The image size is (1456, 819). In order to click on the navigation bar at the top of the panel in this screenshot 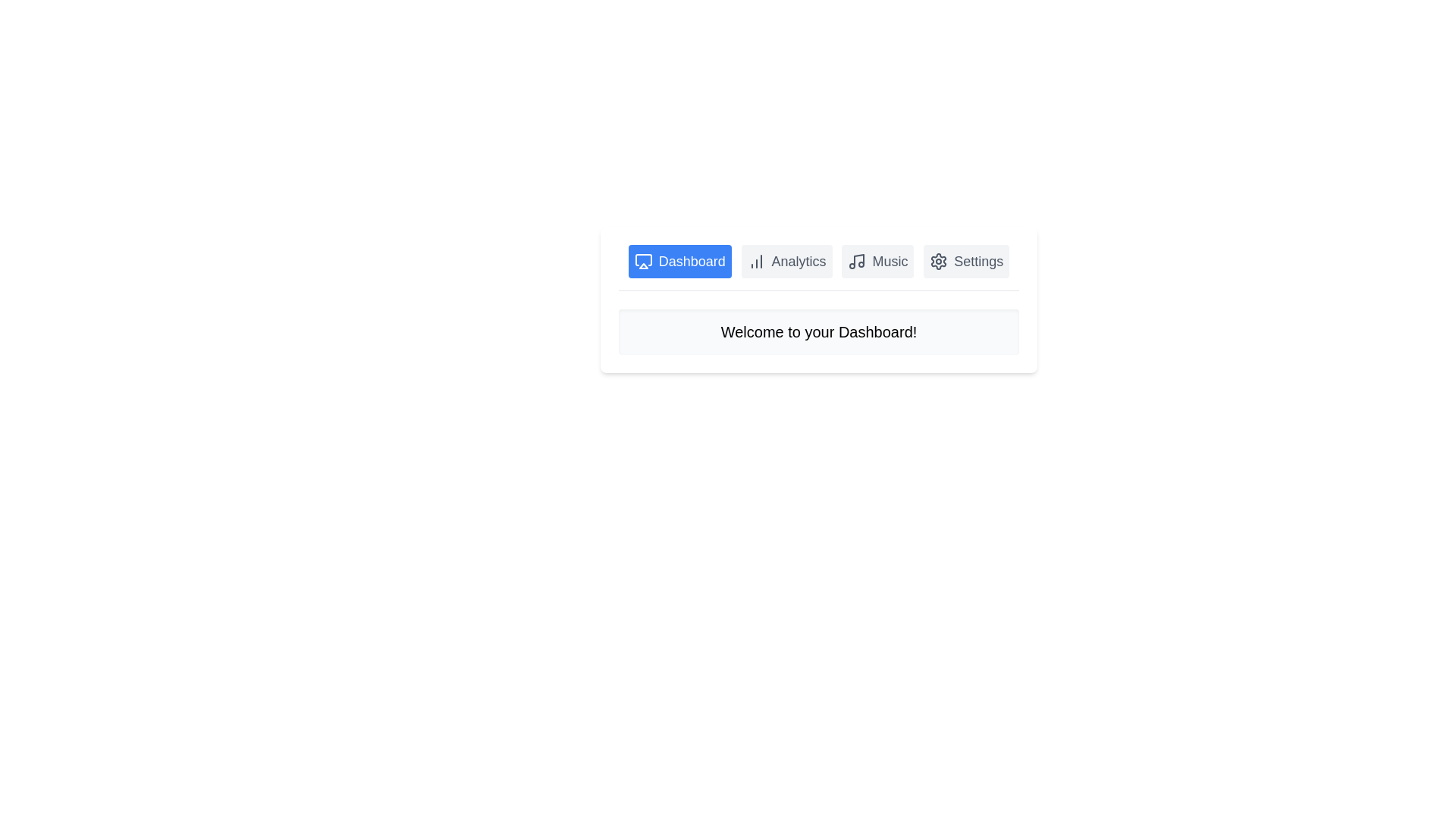, I will do `click(818, 267)`.